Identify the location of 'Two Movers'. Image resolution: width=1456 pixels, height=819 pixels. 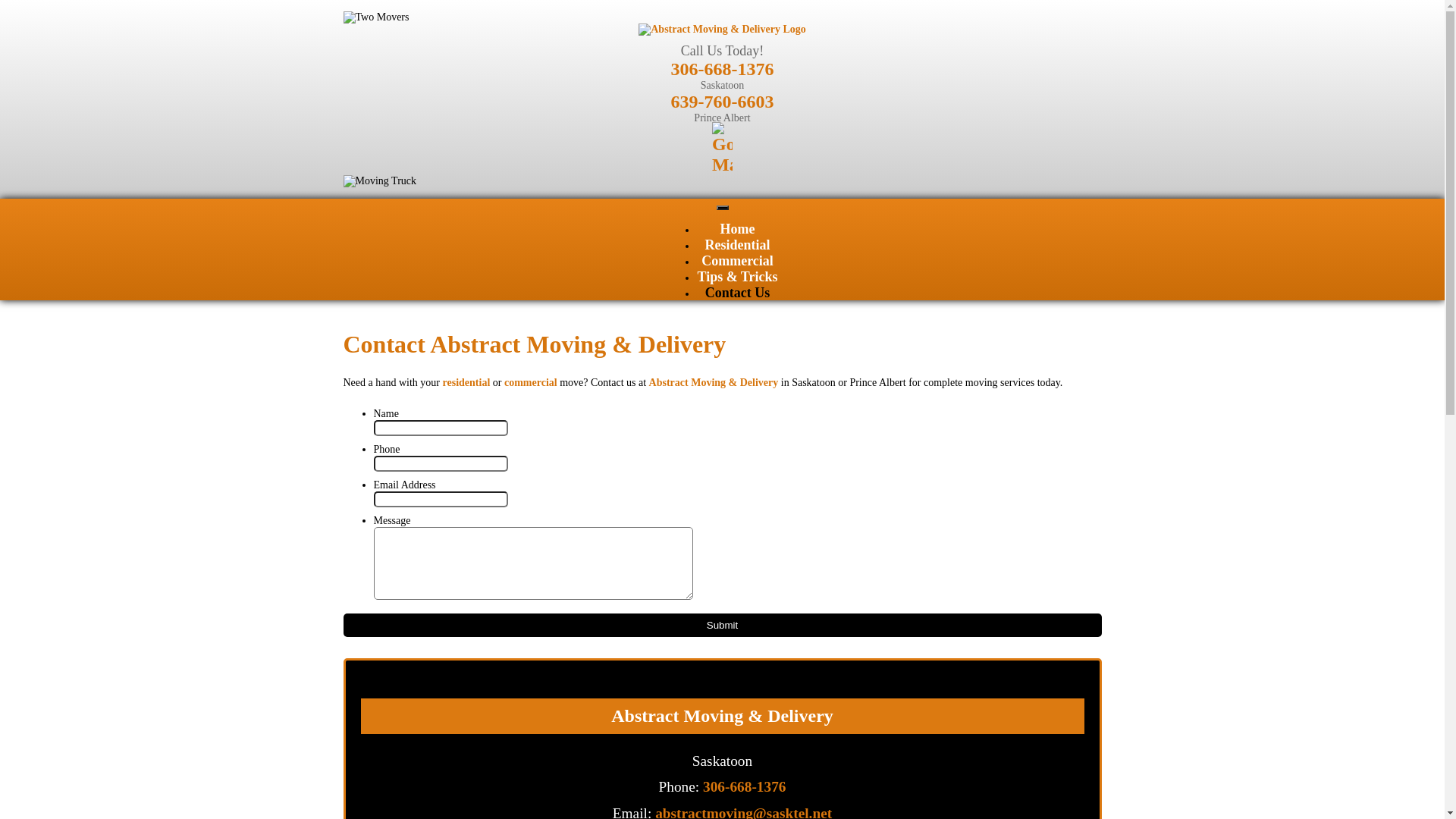
(375, 17).